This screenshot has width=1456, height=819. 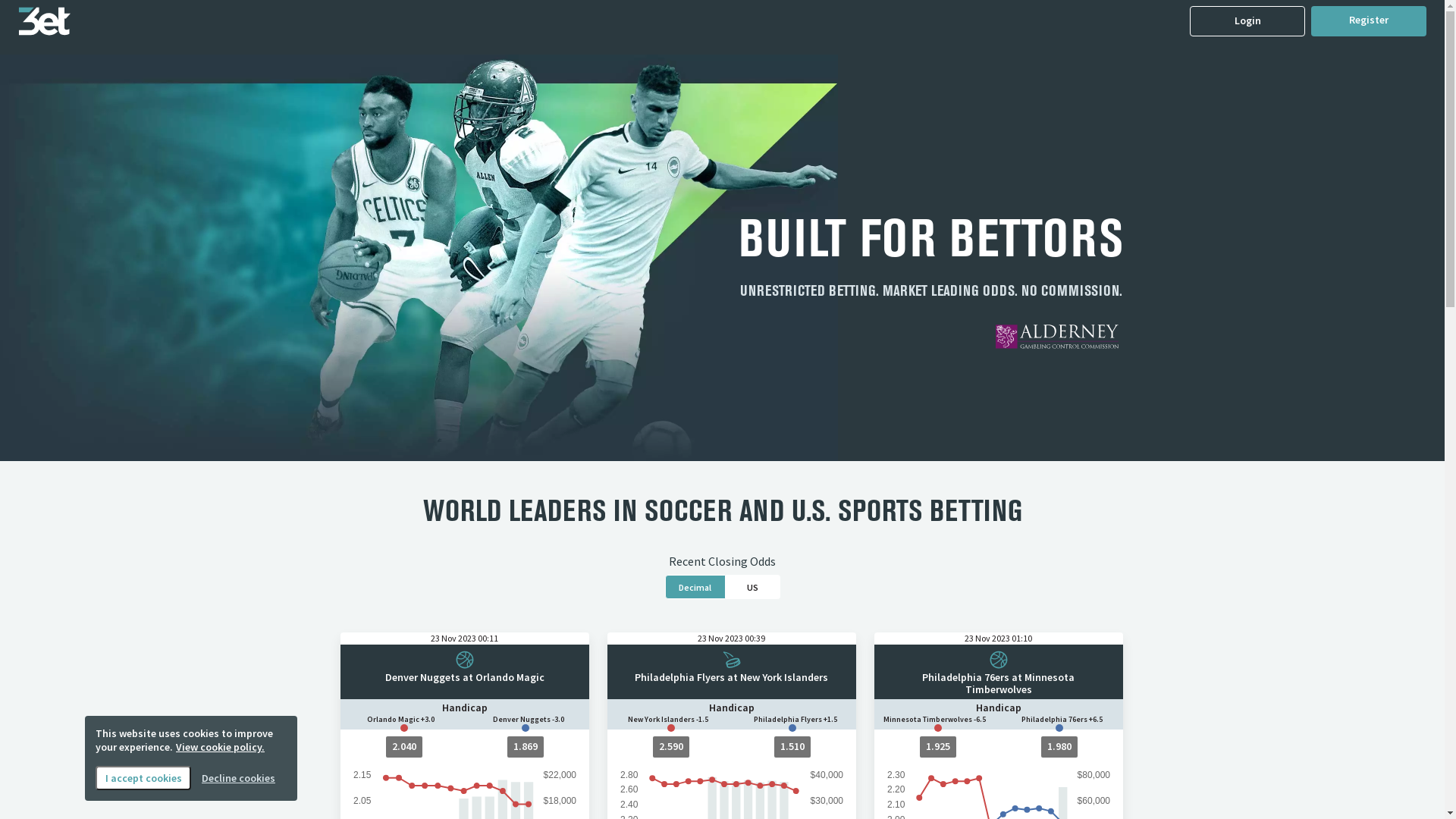 What do you see at coordinates (1189, 20) in the screenshot?
I see `'Login'` at bounding box center [1189, 20].